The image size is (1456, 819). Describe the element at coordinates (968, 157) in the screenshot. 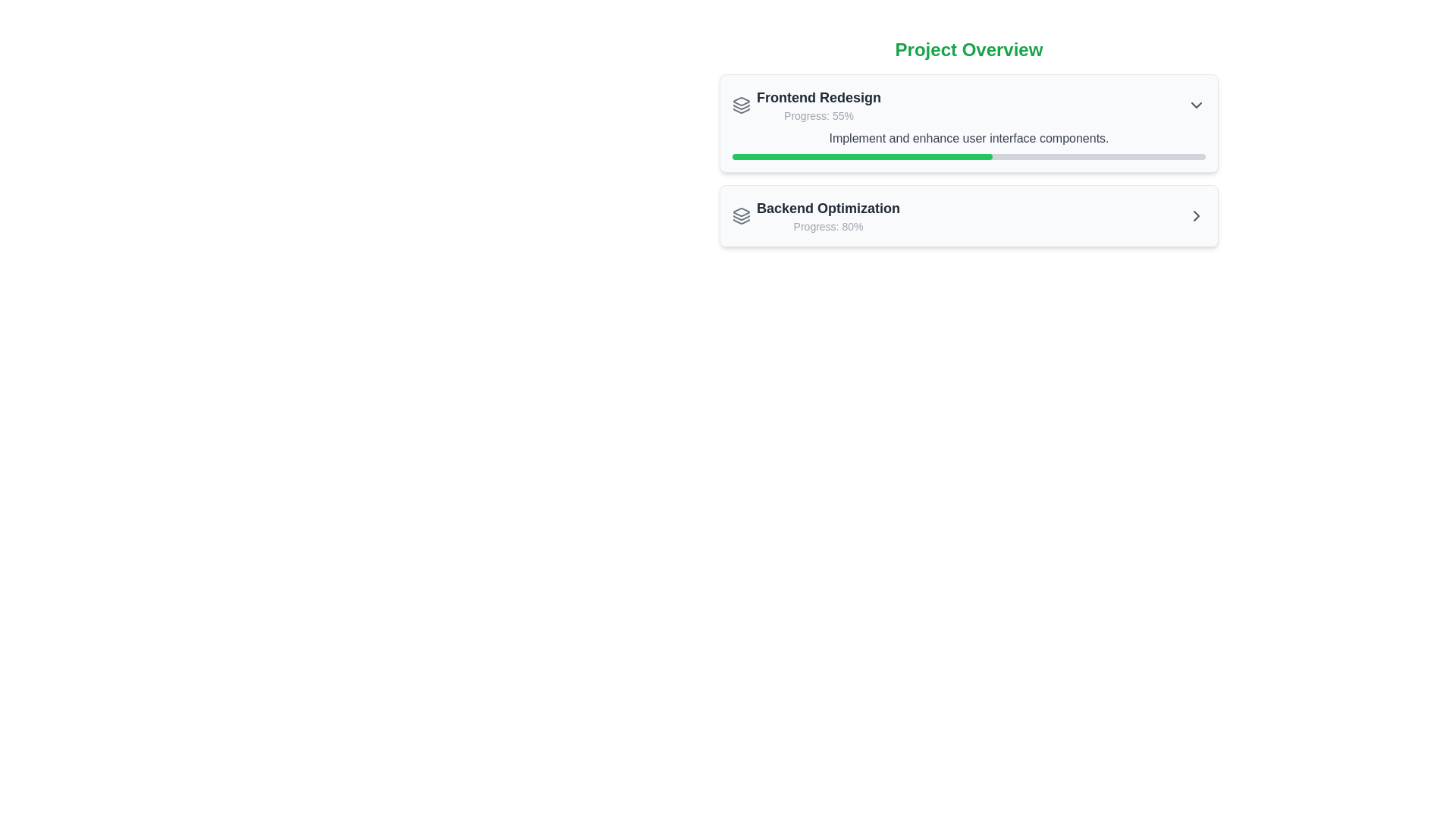

I see `the thin rectangular progress bar with rounded corners located in the 'Frontend Redesign' section of the 'Project Overview' interface, directly below the 'Implement and enhance user interface components.' text` at that location.